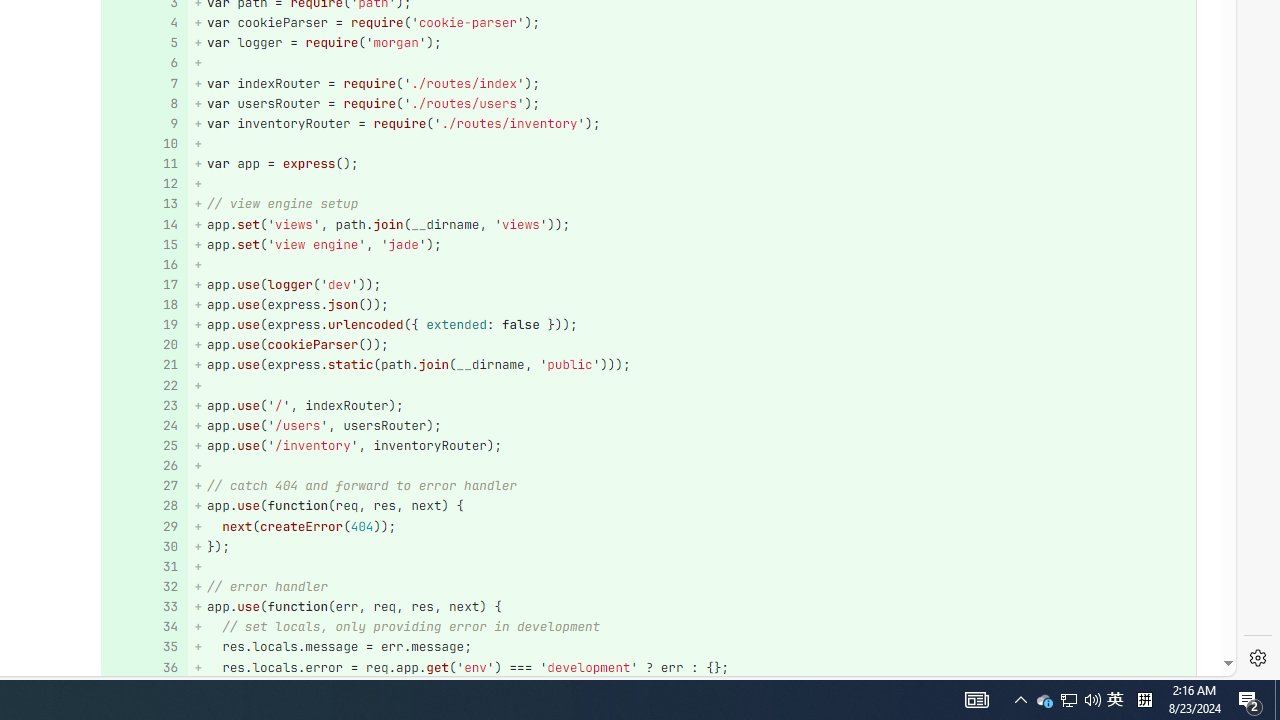  What do you see at coordinates (141, 143) in the screenshot?
I see `'10'` at bounding box center [141, 143].